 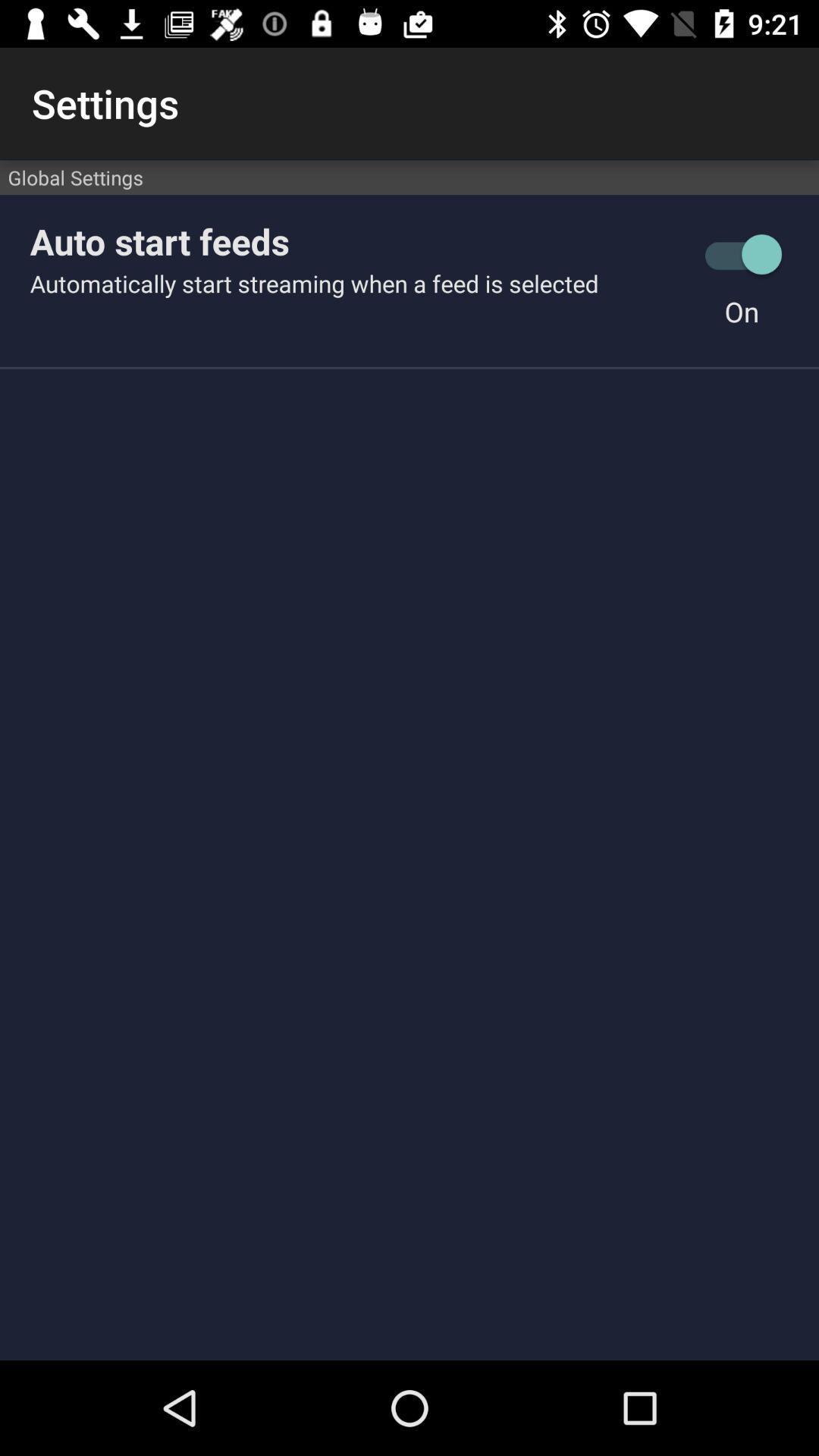 I want to click on auto start feeds, so click(x=357, y=240).